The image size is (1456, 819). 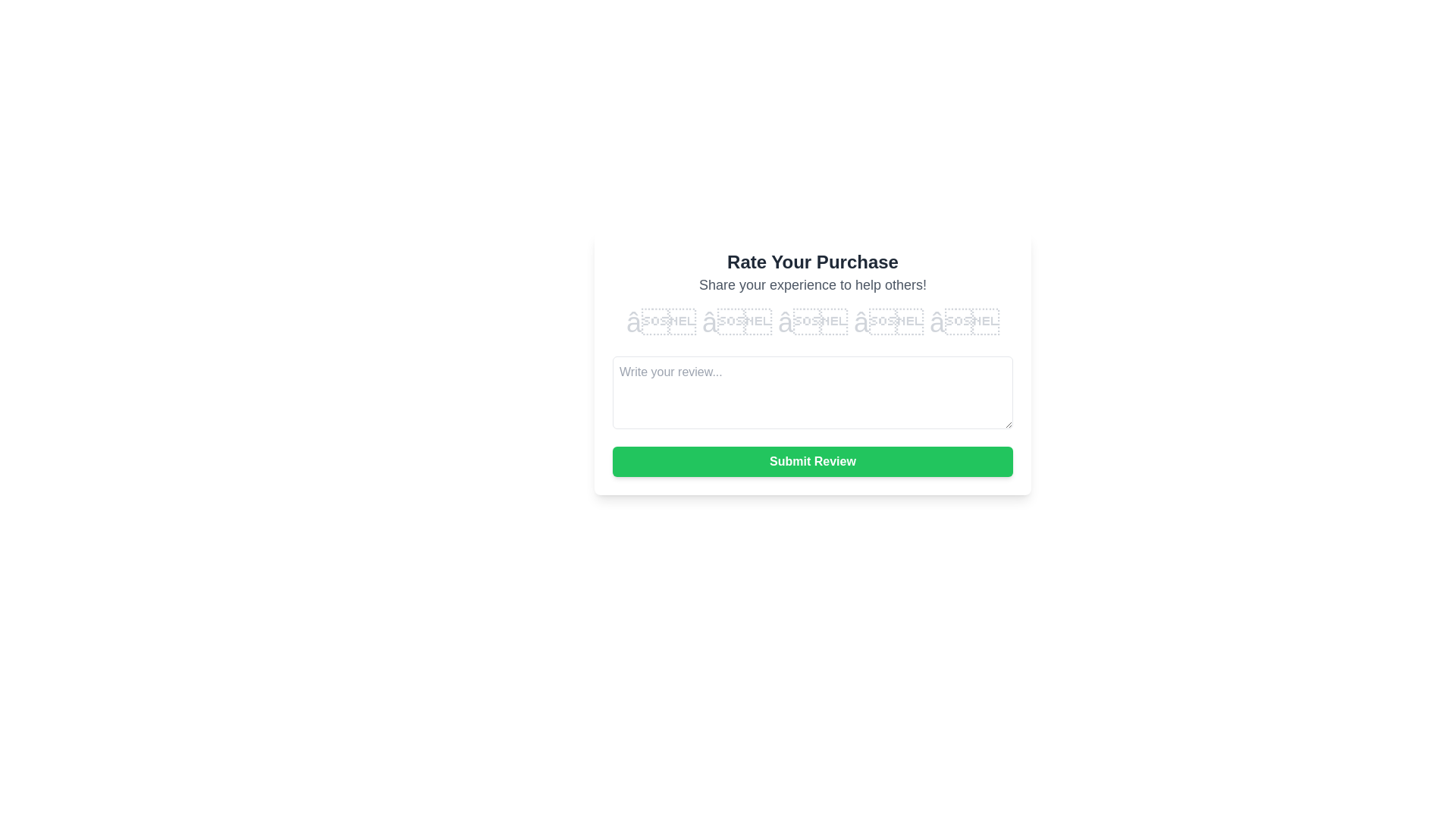 I want to click on the 'Submit Review' button to observe its hover effect, so click(x=811, y=461).